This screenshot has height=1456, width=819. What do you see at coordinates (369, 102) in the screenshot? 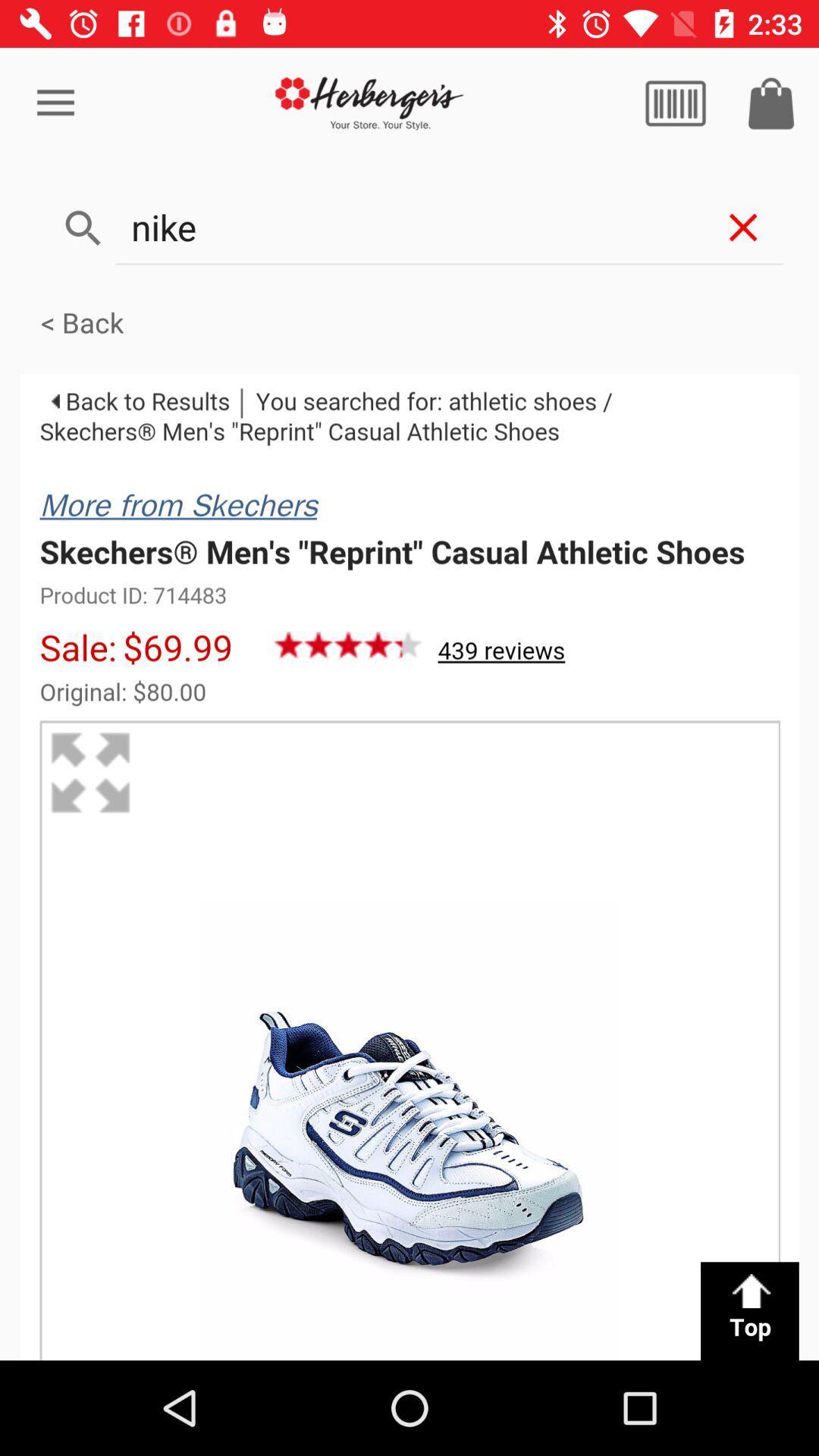
I see `homepage` at bounding box center [369, 102].